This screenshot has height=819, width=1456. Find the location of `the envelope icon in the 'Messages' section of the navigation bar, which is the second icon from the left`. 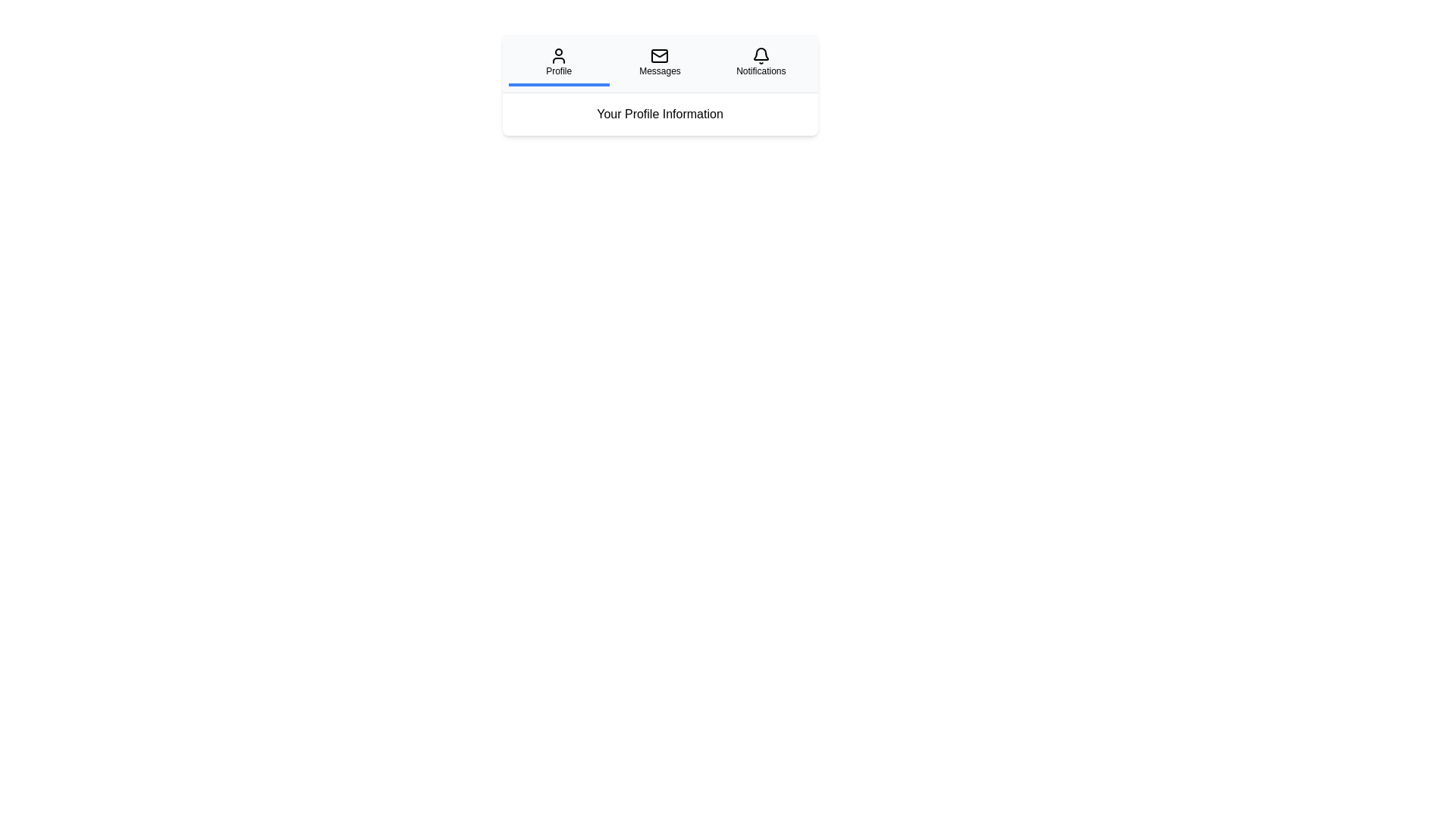

the envelope icon in the 'Messages' section of the navigation bar, which is the second icon from the left is located at coordinates (660, 55).